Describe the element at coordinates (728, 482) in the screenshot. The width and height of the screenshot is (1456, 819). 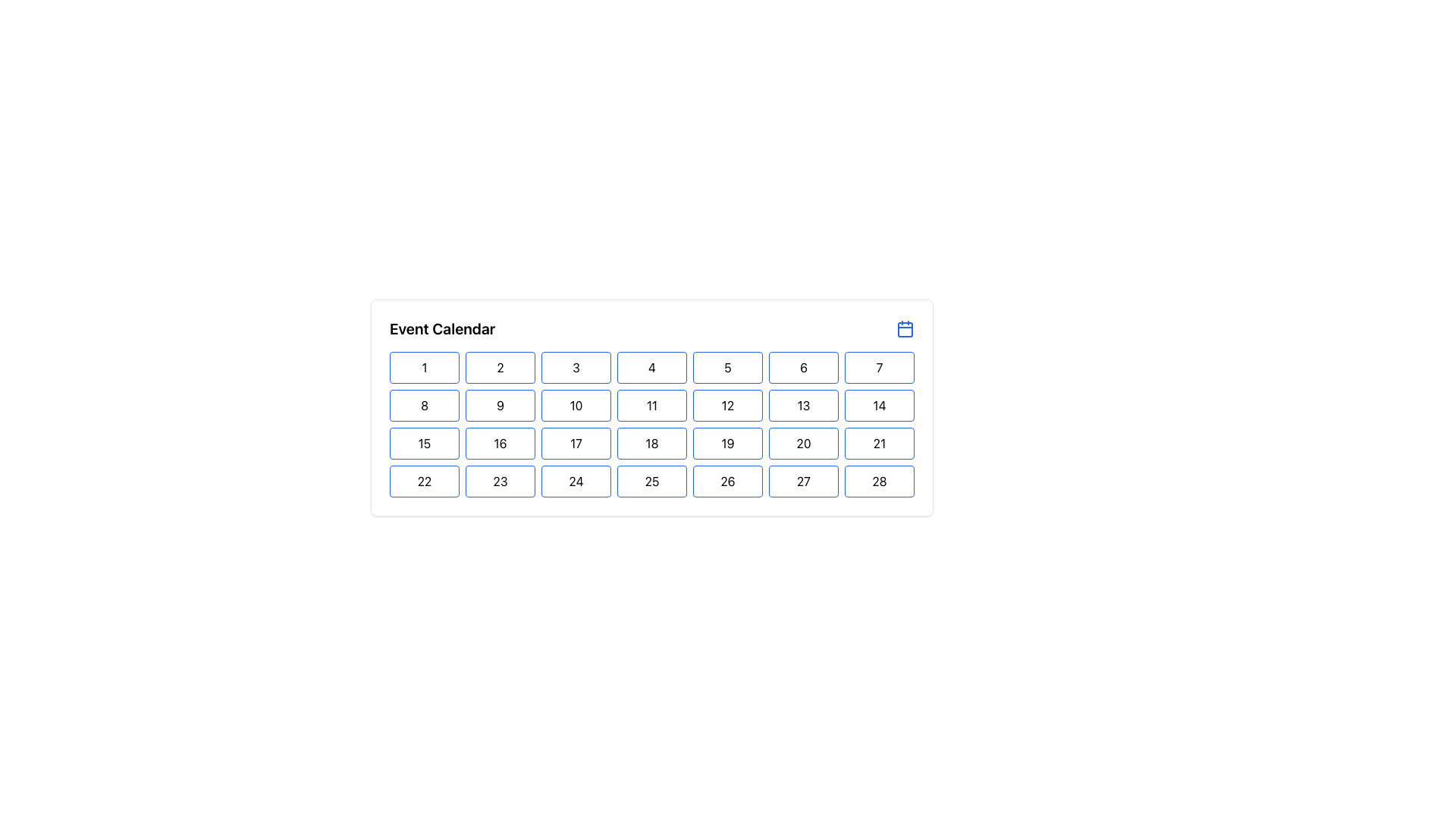
I see `the button representing day 26` at that location.